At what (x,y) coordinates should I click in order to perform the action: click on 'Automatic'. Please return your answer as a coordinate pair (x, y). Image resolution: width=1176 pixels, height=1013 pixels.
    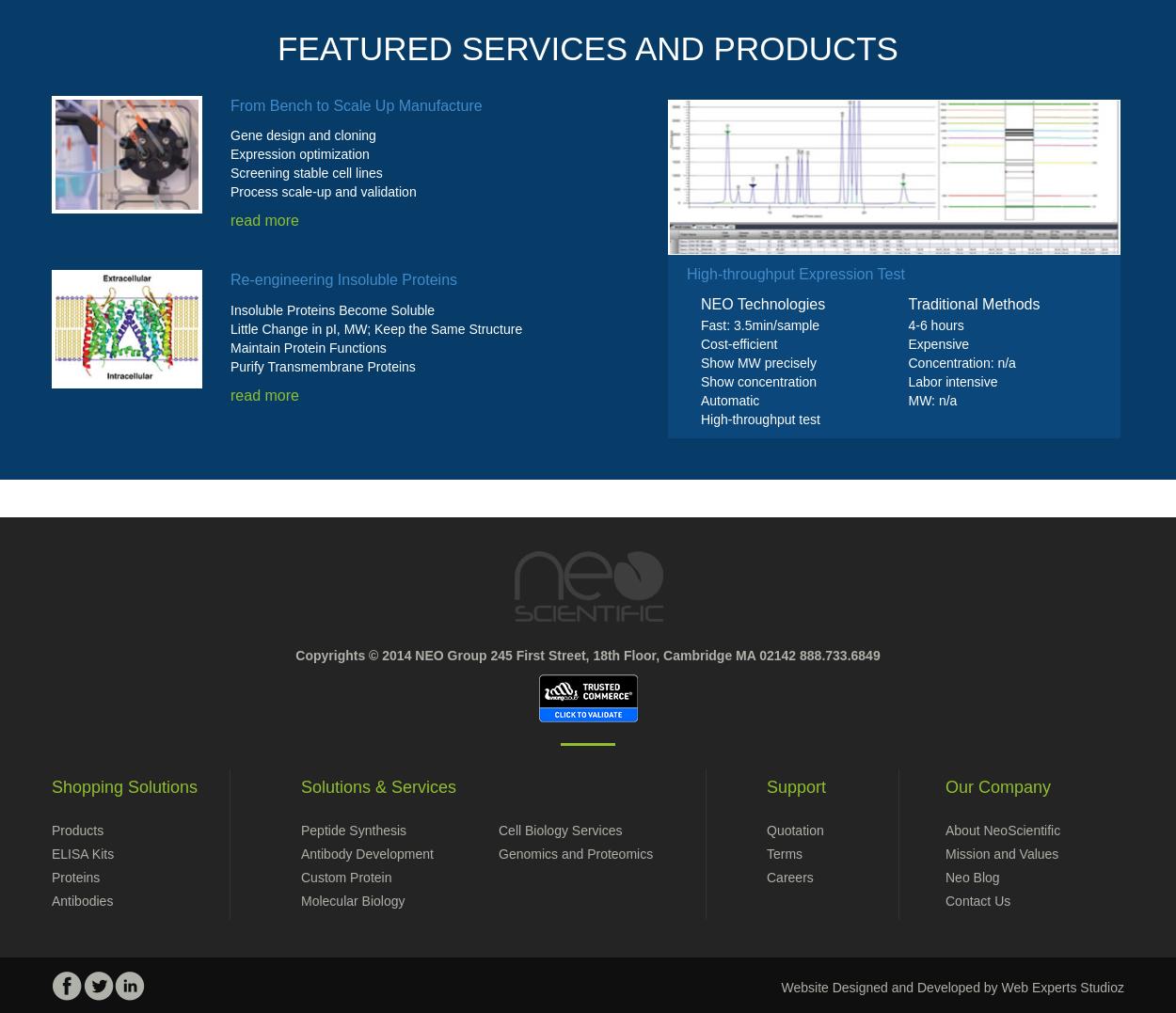
    Looking at the image, I should click on (730, 399).